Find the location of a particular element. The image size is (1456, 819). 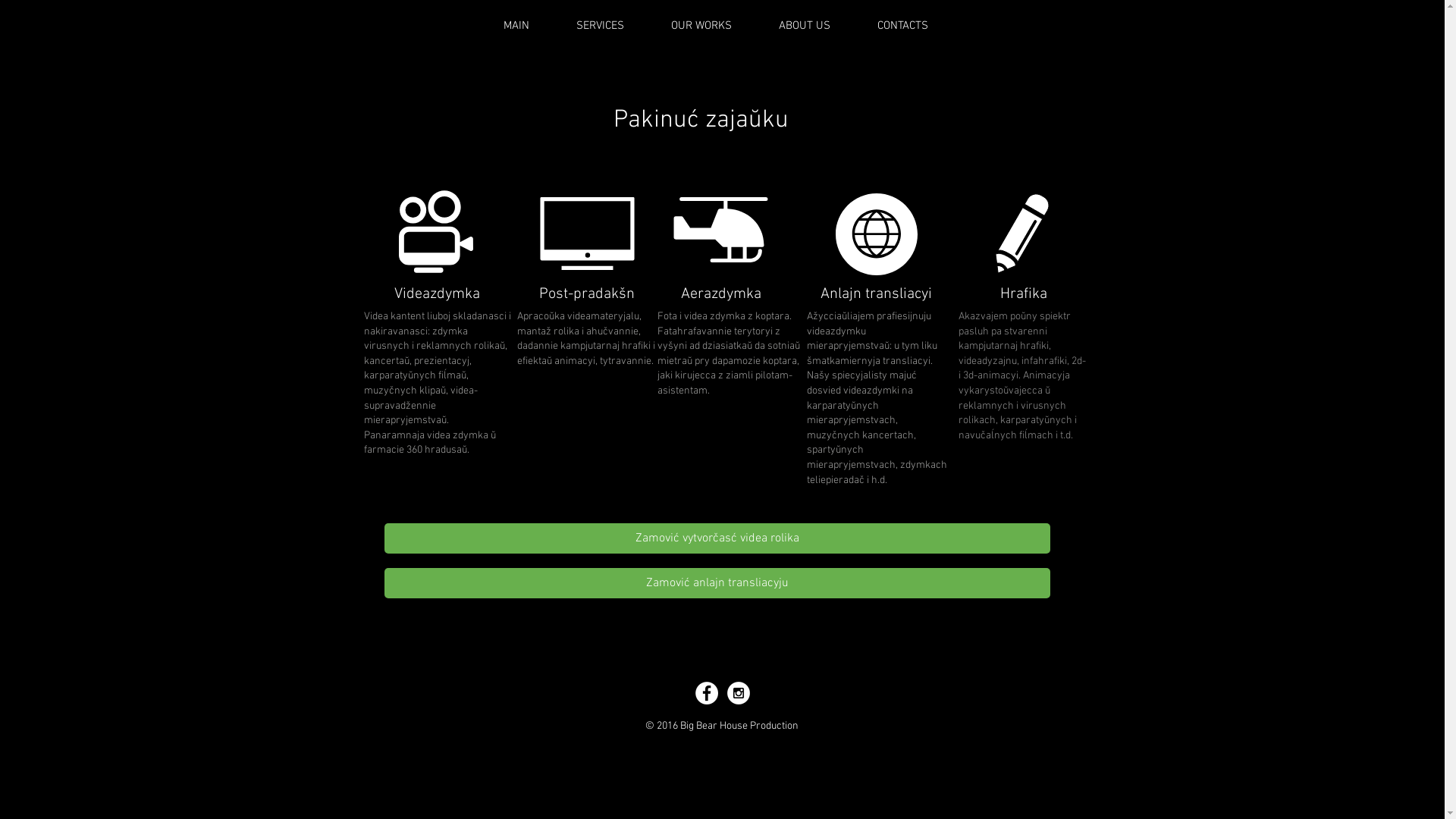

'MAIN' is located at coordinates (516, 26).